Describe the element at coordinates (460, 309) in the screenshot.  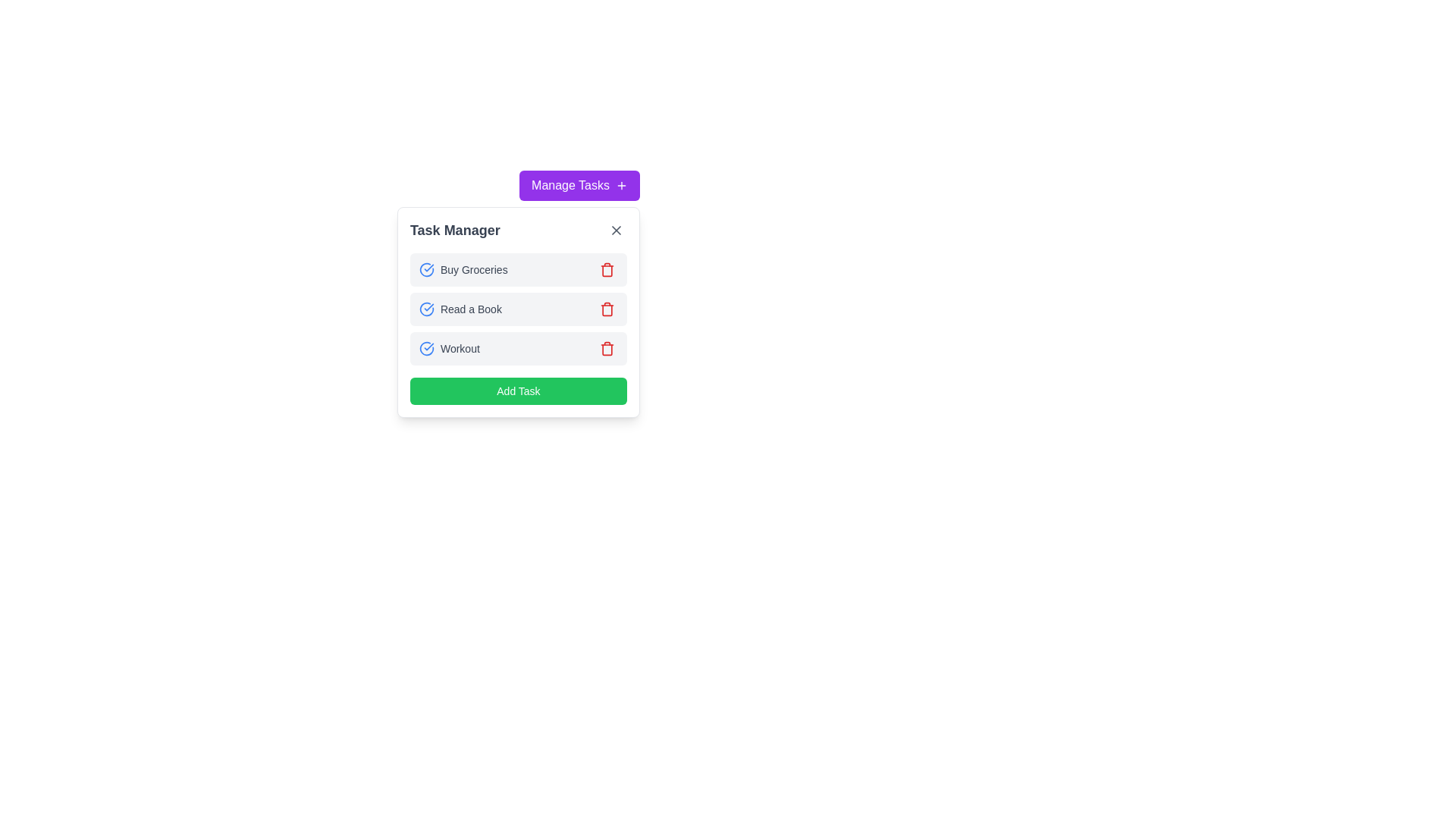
I see `the textual label for the task 'Read a Book' in the second row of the task list within the task manager dialog box` at that location.